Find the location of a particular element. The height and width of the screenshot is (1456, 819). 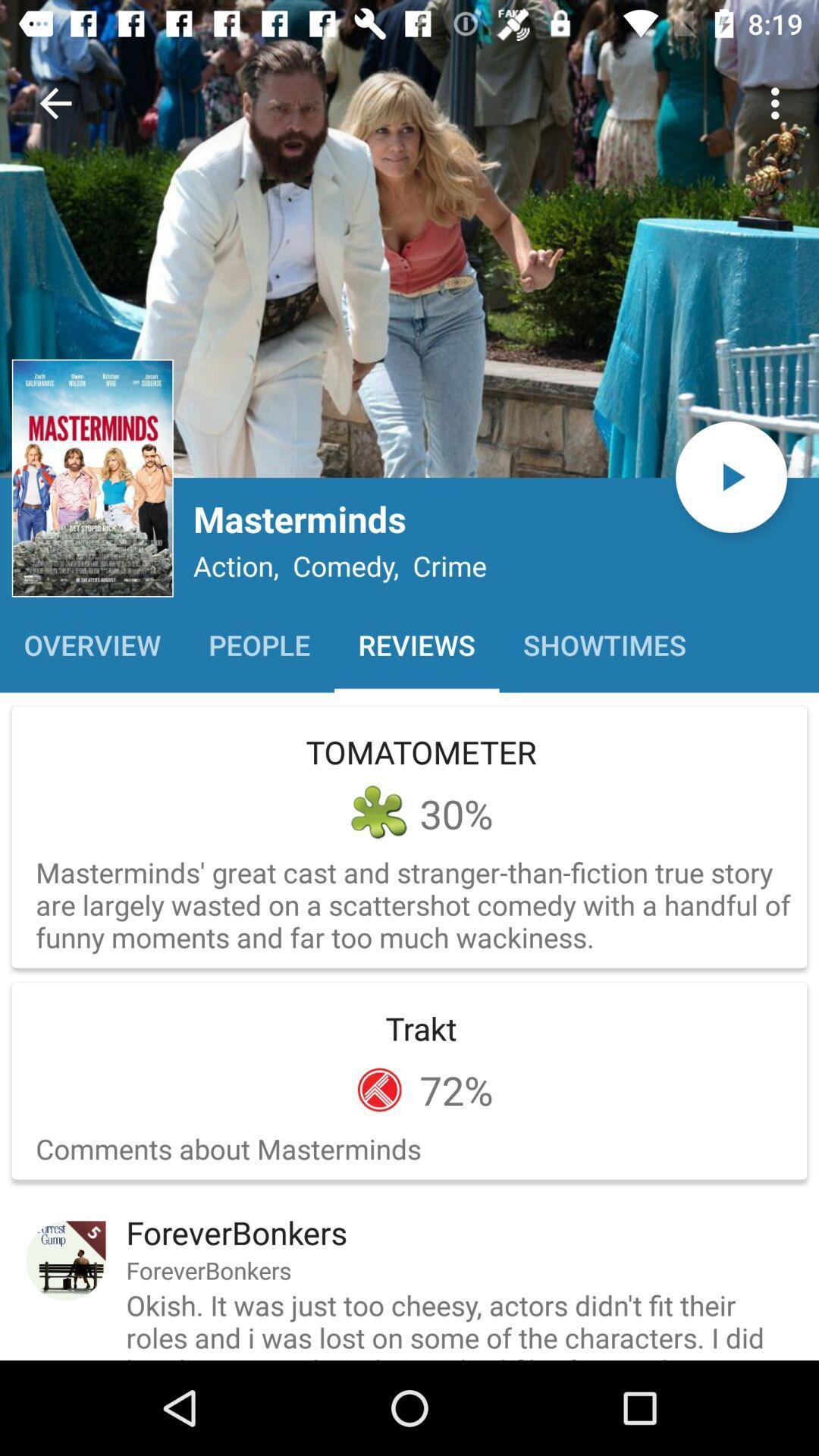

video is located at coordinates (730, 476).